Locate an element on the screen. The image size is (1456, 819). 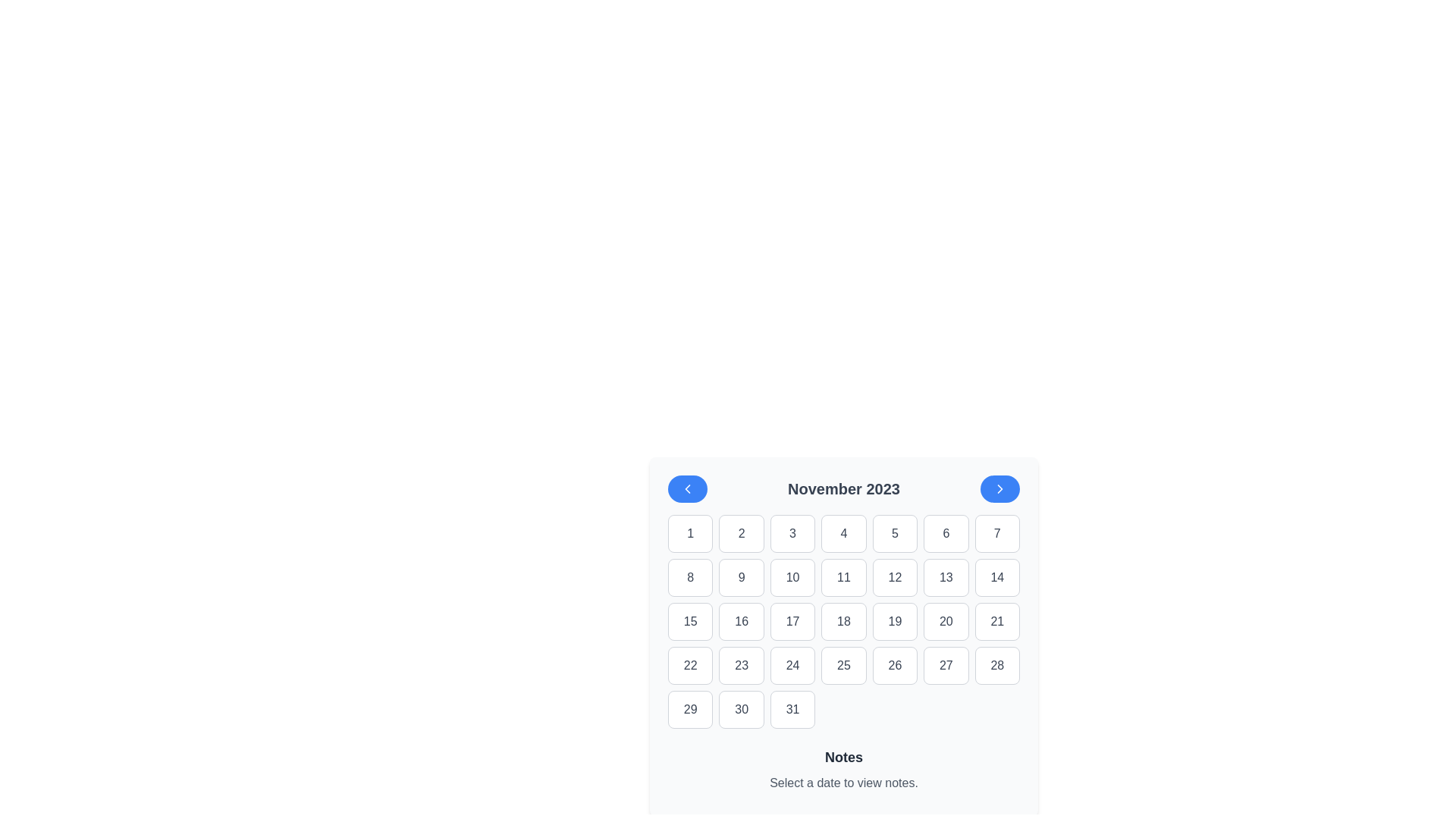
the calendar date button located in the second row and second column of the grid layout is located at coordinates (742, 578).